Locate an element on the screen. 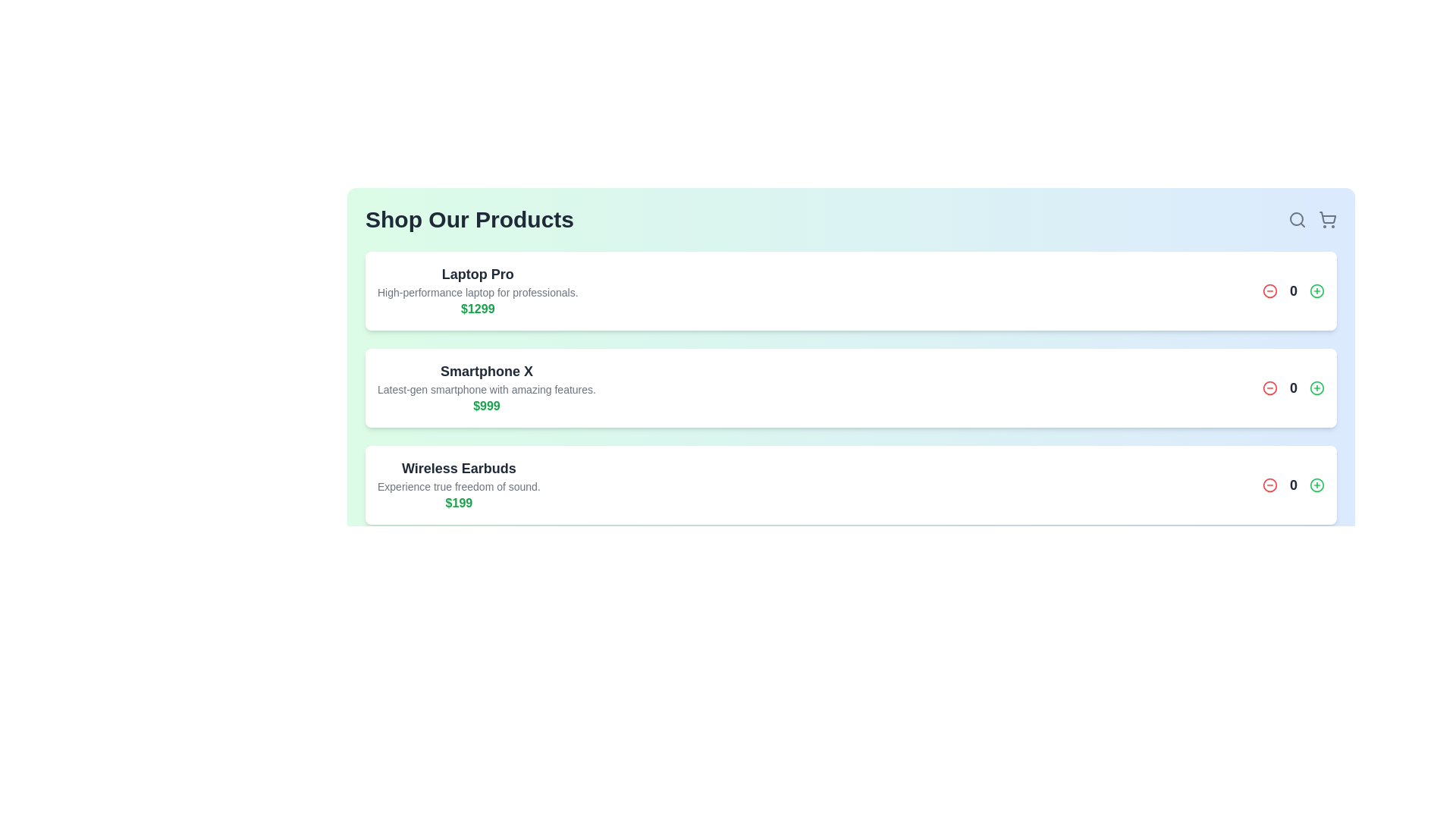  the minus button for the product with title Laptop Pro is located at coordinates (1270, 291).